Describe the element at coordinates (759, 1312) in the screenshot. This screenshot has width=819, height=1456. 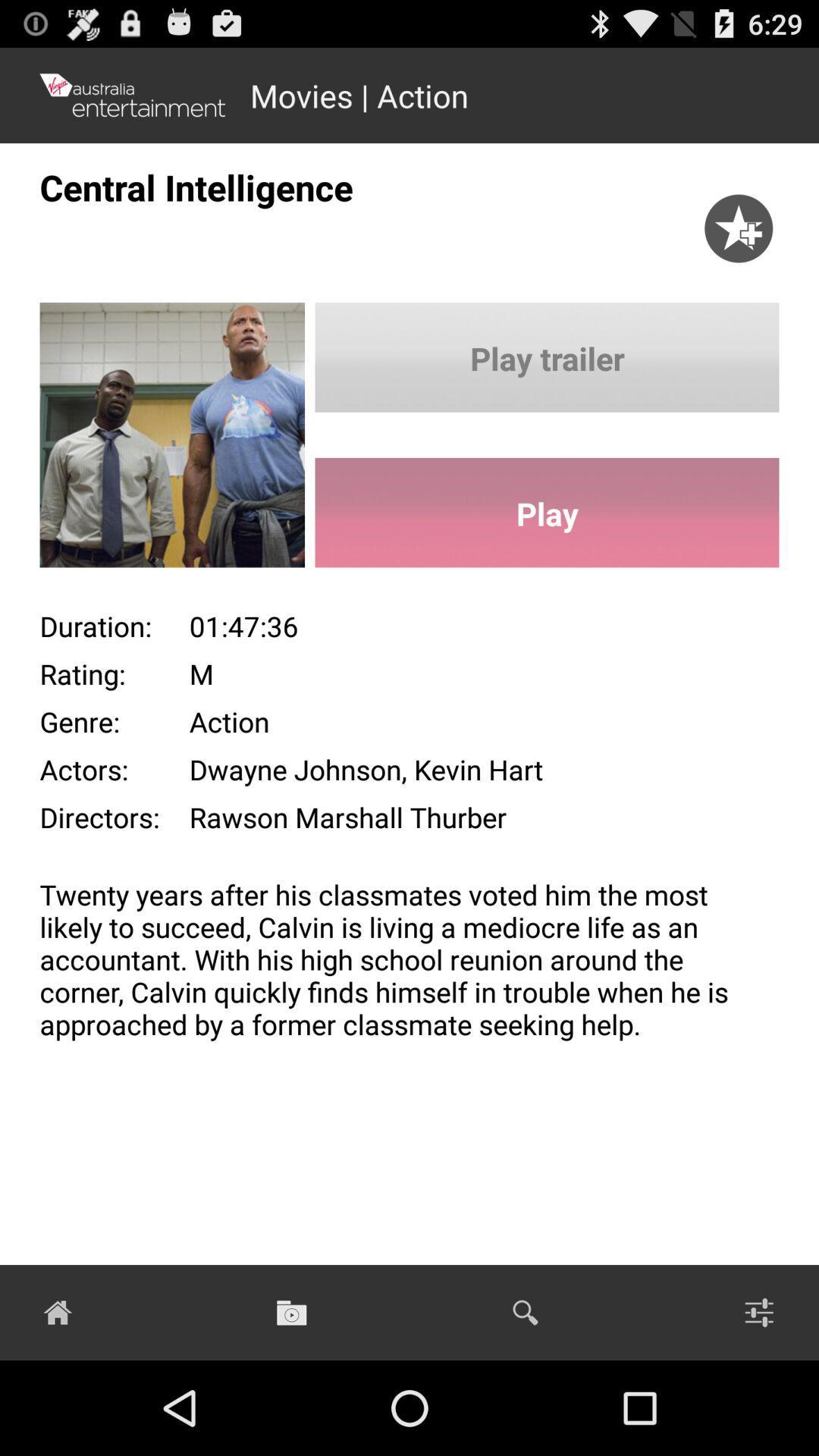
I see `the item at the bottom right corner` at that location.